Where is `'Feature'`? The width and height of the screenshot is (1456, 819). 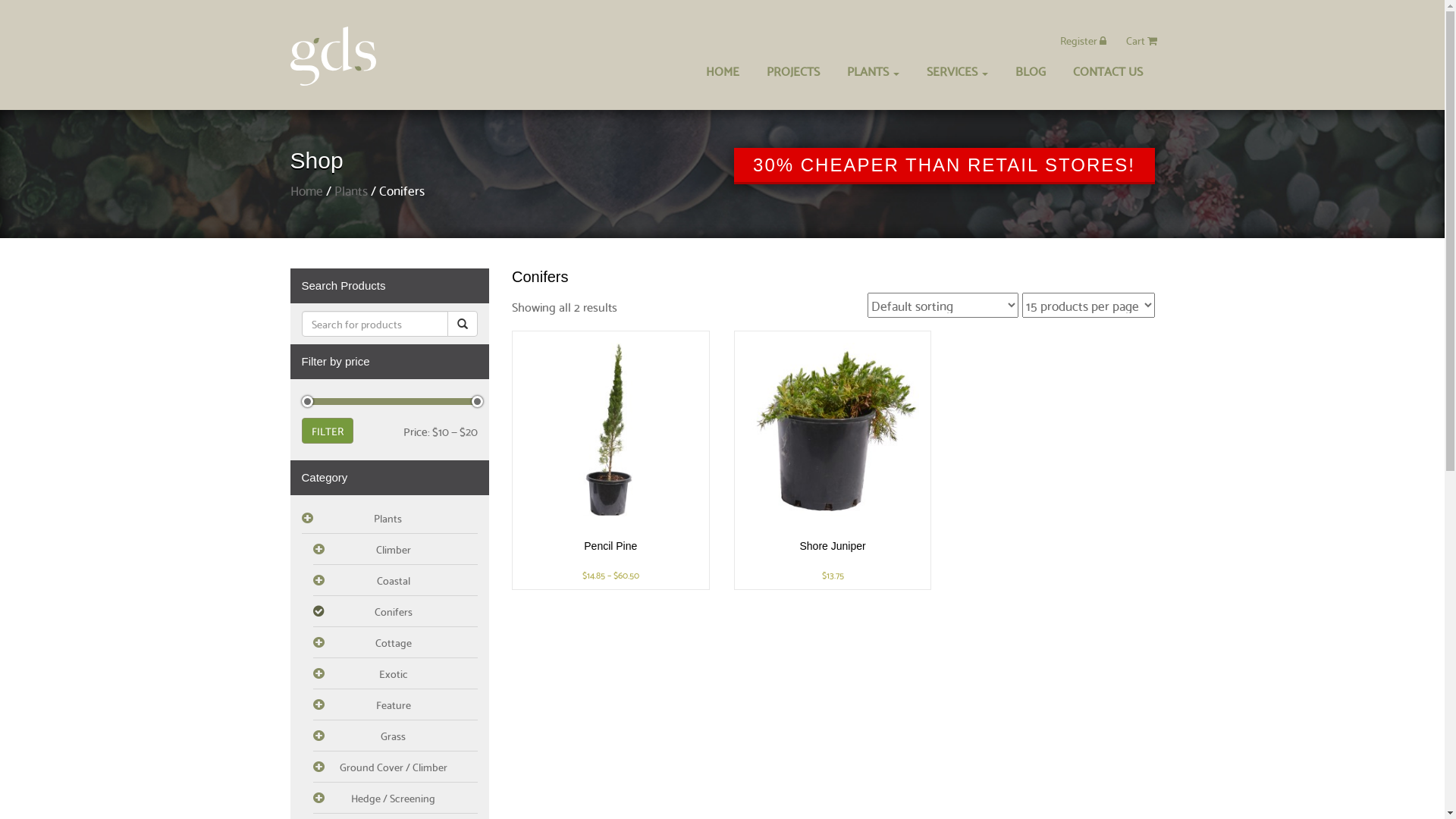
'Feature' is located at coordinates (312, 704).